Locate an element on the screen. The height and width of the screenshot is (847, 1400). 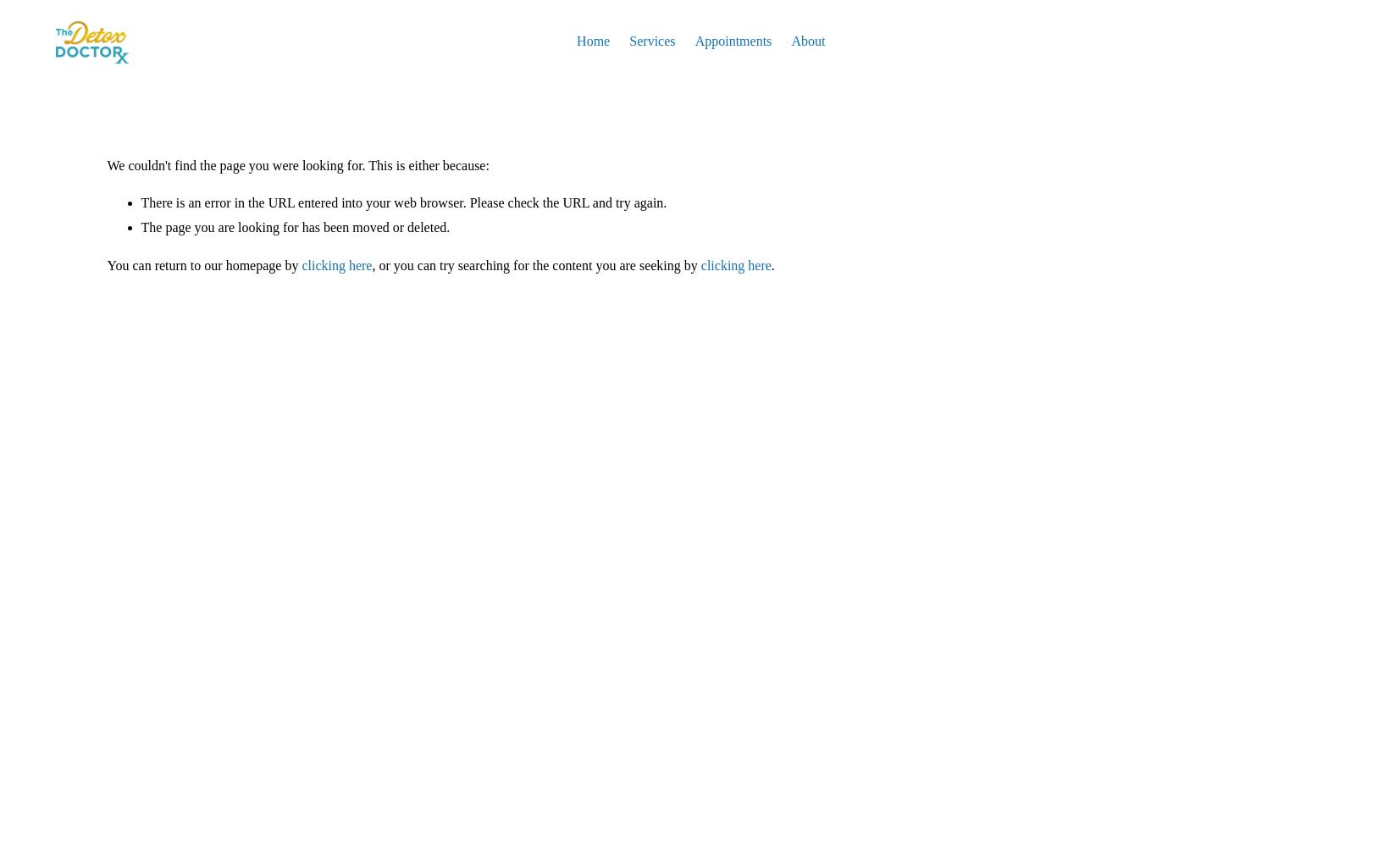
'Softwave Therapy' is located at coordinates (678, 70).